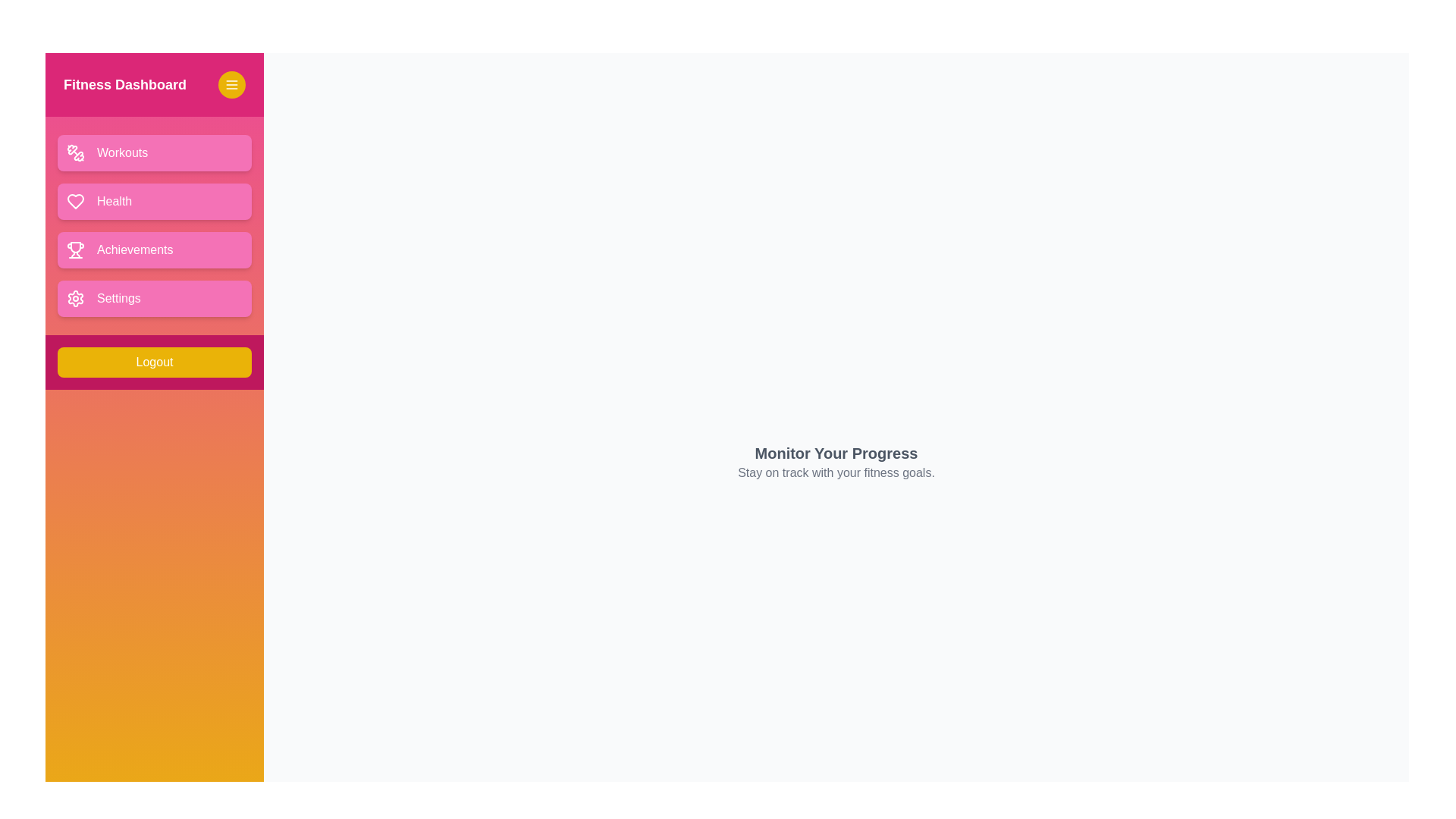 This screenshot has width=1456, height=819. I want to click on the 'Monitor Your Progress' text to select it, so click(836, 452).